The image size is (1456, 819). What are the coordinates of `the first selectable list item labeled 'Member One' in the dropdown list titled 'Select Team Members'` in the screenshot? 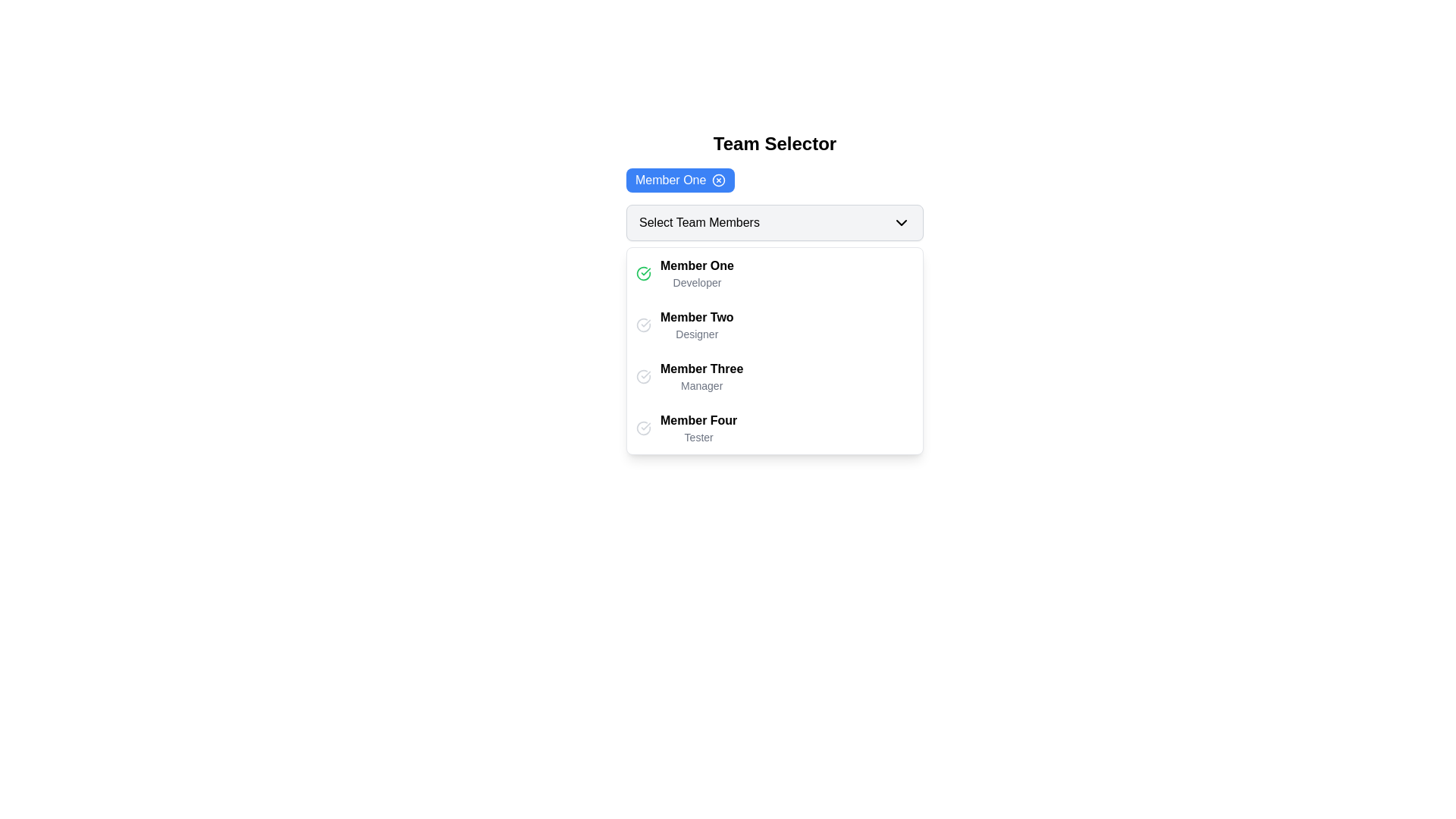 It's located at (775, 274).